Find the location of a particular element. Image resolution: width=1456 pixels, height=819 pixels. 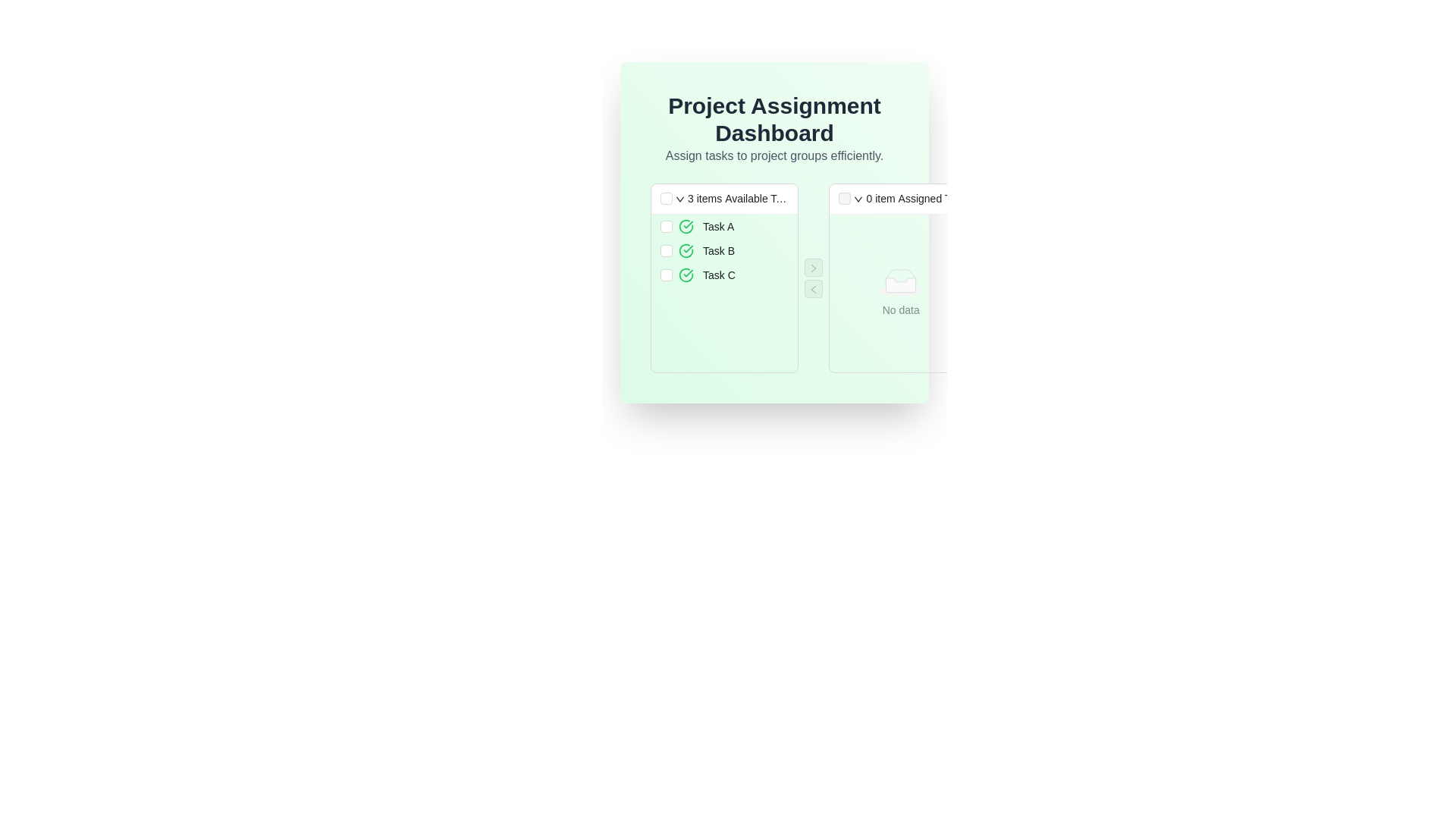

the checkbox associated with 'Task B' is located at coordinates (666, 250).